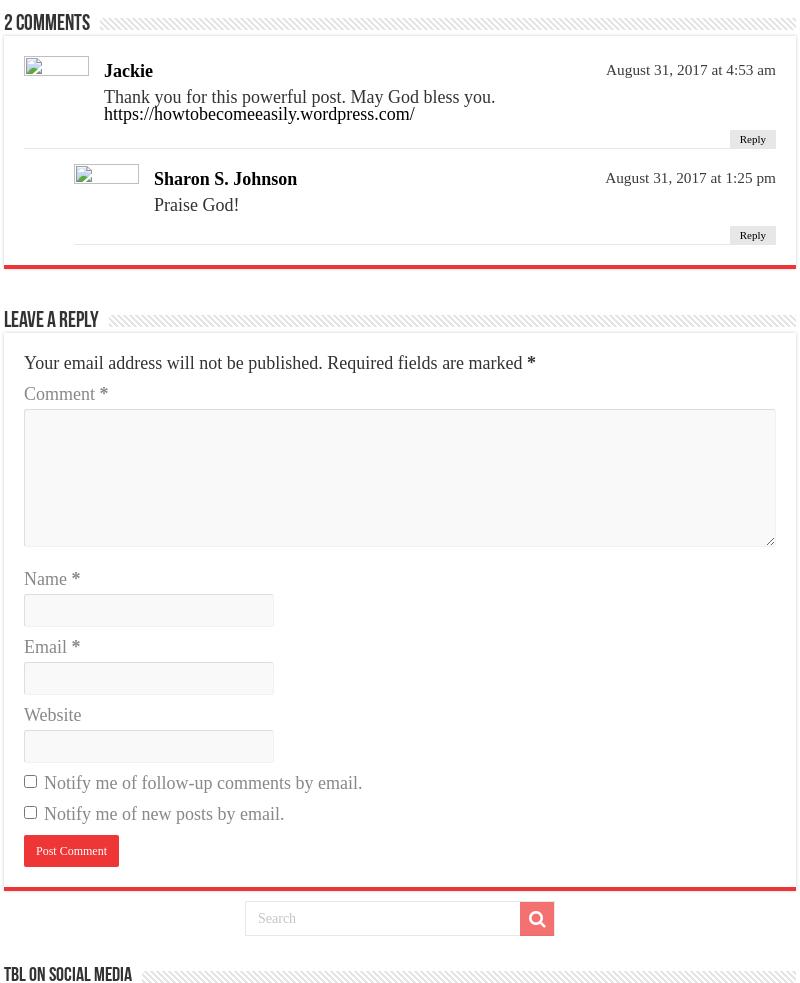 The height and width of the screenshot is (983, 800). I want to click on 'Comment', so click(60, 392).